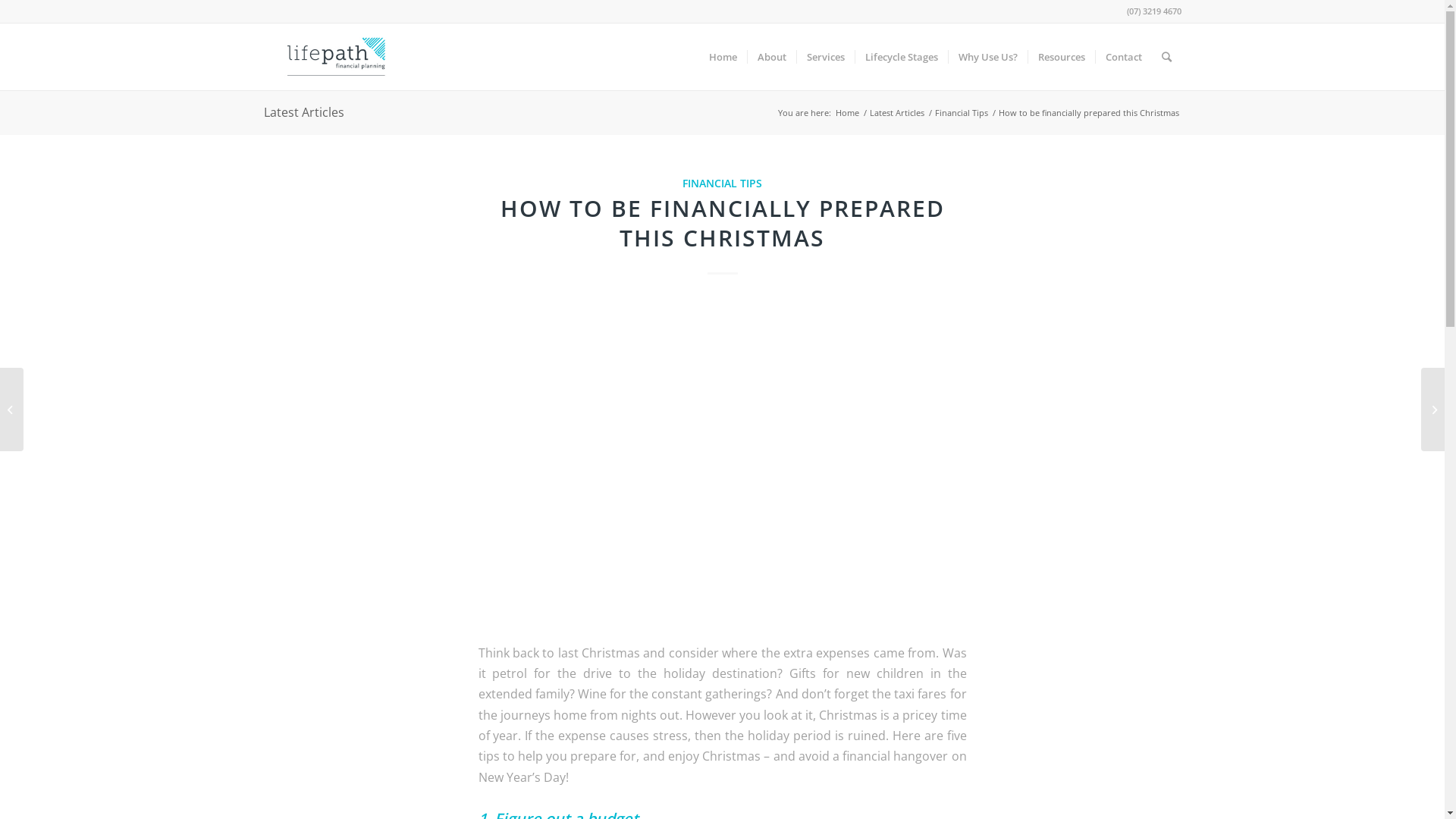 The width and height of the screenshot is (1456, 819). What do you see at coordinates (824, 55) in the screenshot?
I see `'Services'` at bounding box center [824, 55].